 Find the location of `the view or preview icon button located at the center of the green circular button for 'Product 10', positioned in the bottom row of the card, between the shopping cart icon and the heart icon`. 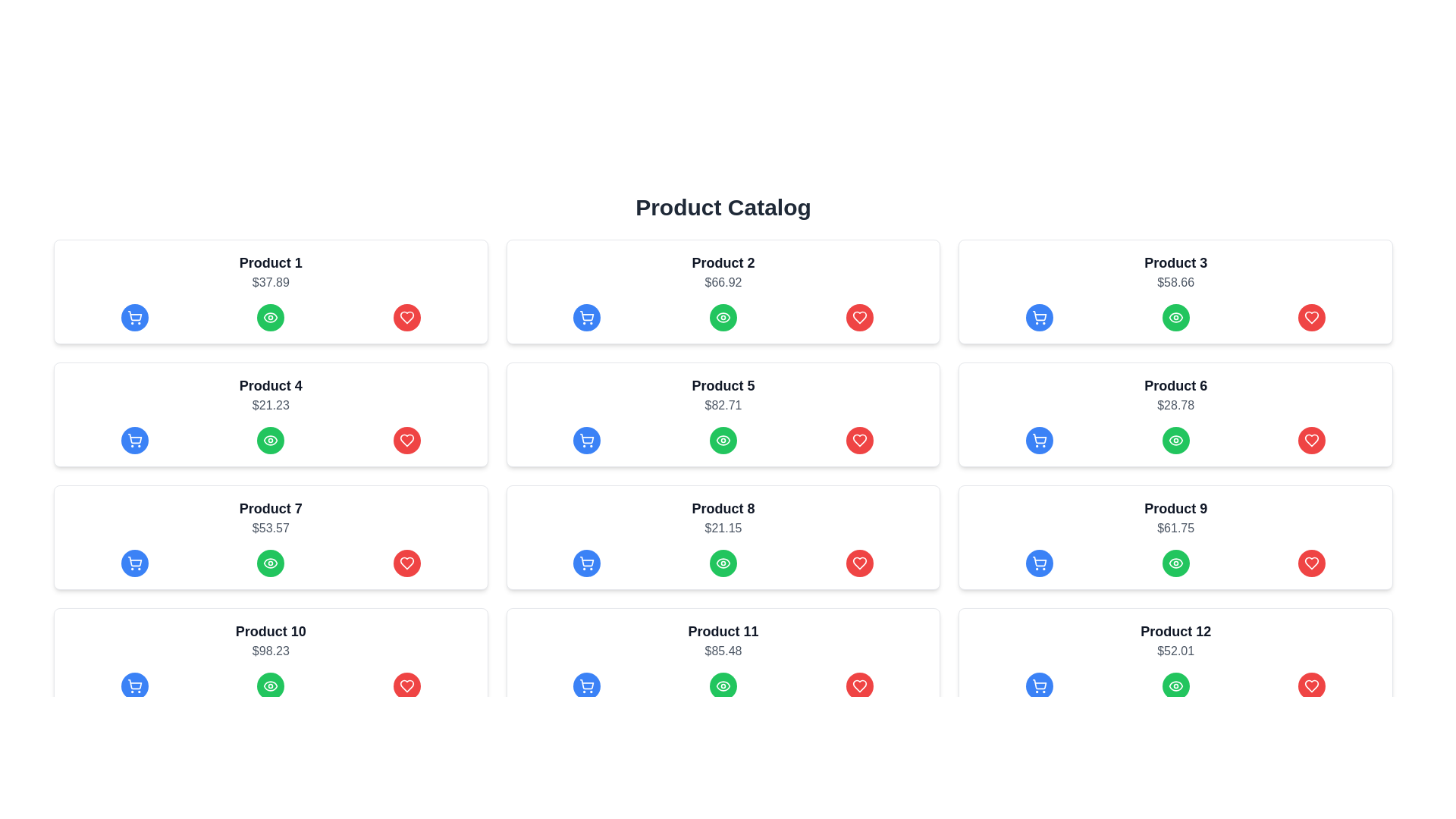

the view or preview icon button located at the center of the green circular button for 'Product 10', positioned in the bottom row of the card, between the shopping cart icon and the heart icon is located at coordinates (271, 686).